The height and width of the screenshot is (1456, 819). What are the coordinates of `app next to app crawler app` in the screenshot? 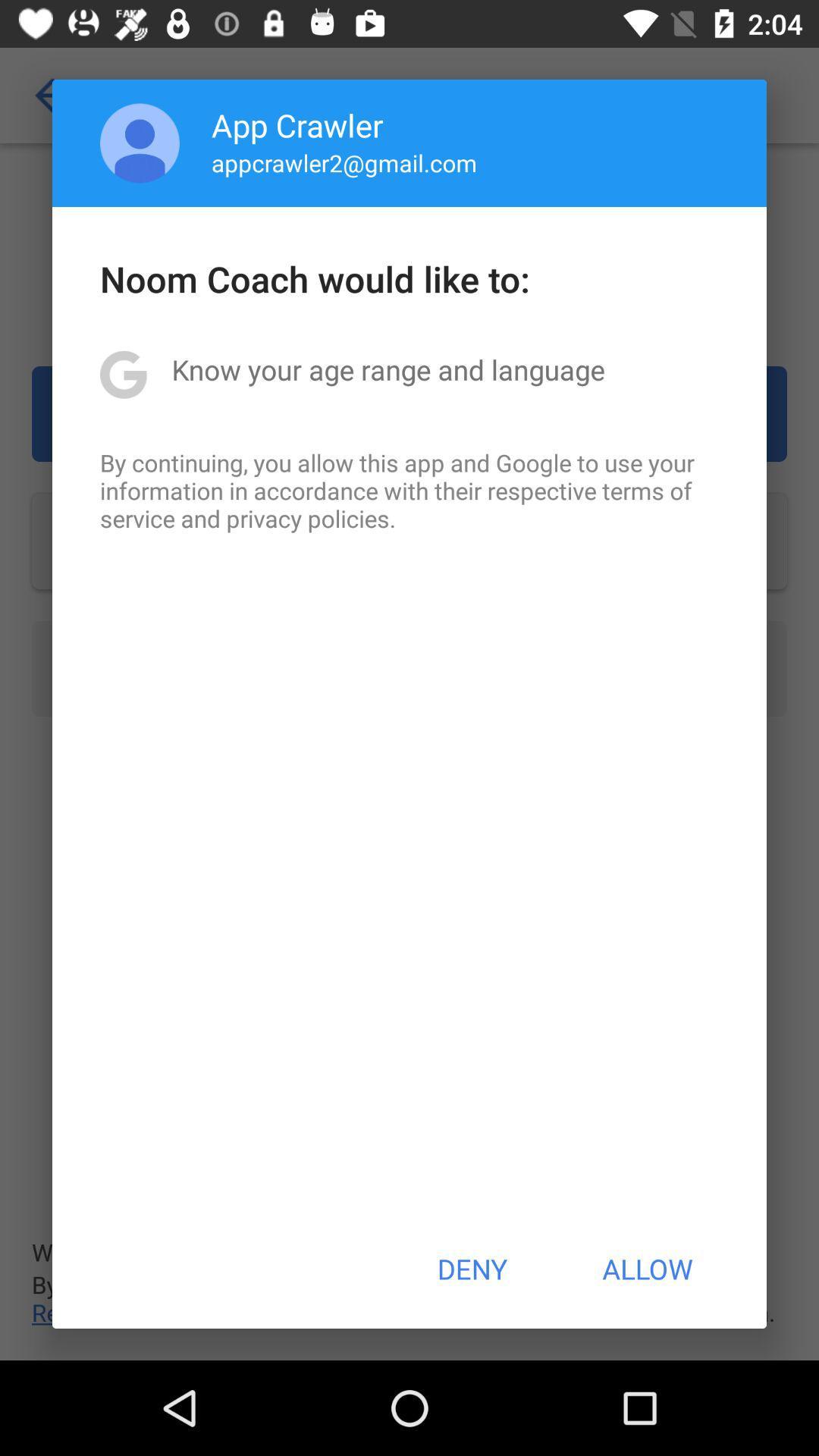 It's located at (140, 143).